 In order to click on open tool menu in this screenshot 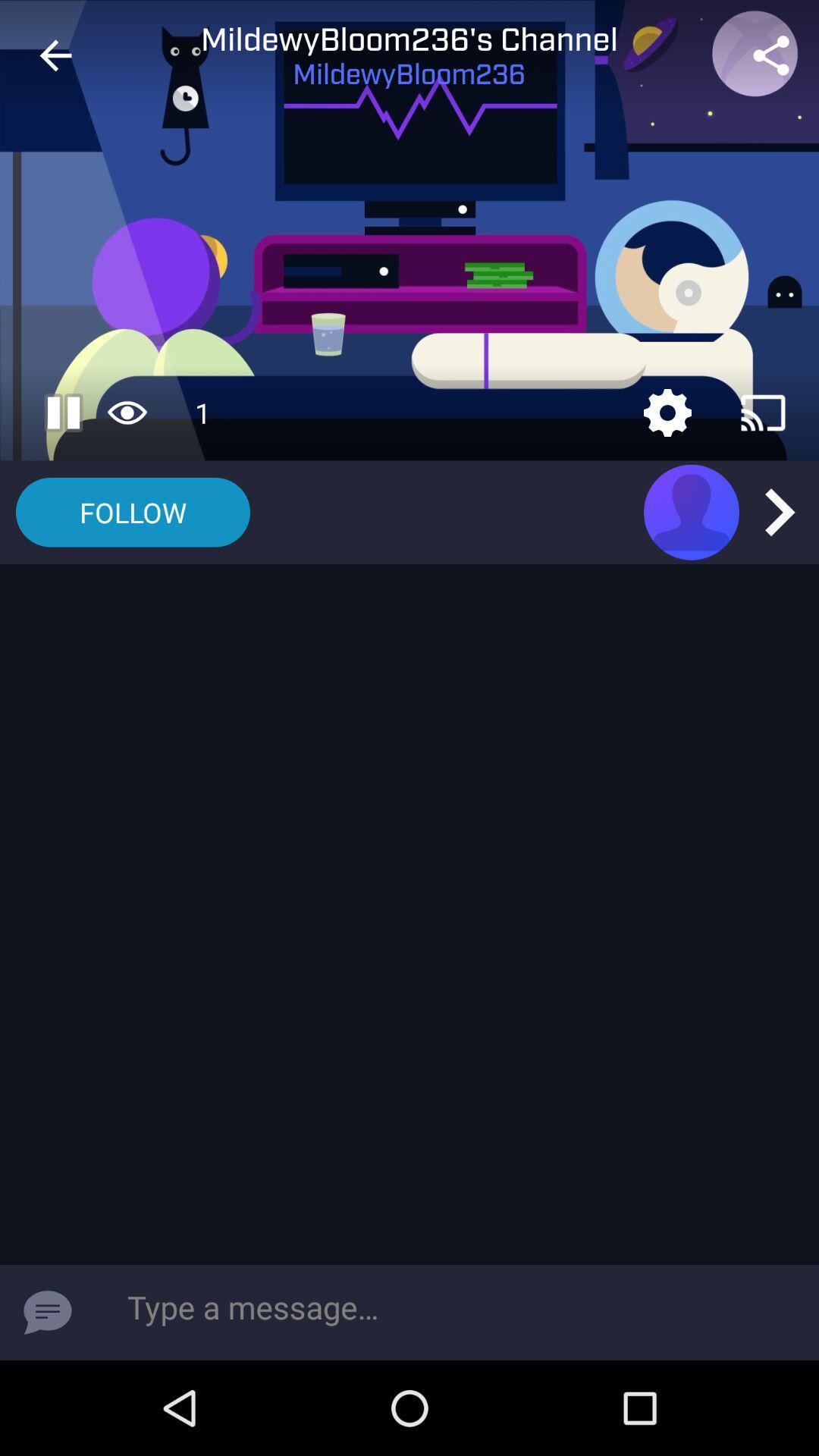, I will do `click(667, 413)`.